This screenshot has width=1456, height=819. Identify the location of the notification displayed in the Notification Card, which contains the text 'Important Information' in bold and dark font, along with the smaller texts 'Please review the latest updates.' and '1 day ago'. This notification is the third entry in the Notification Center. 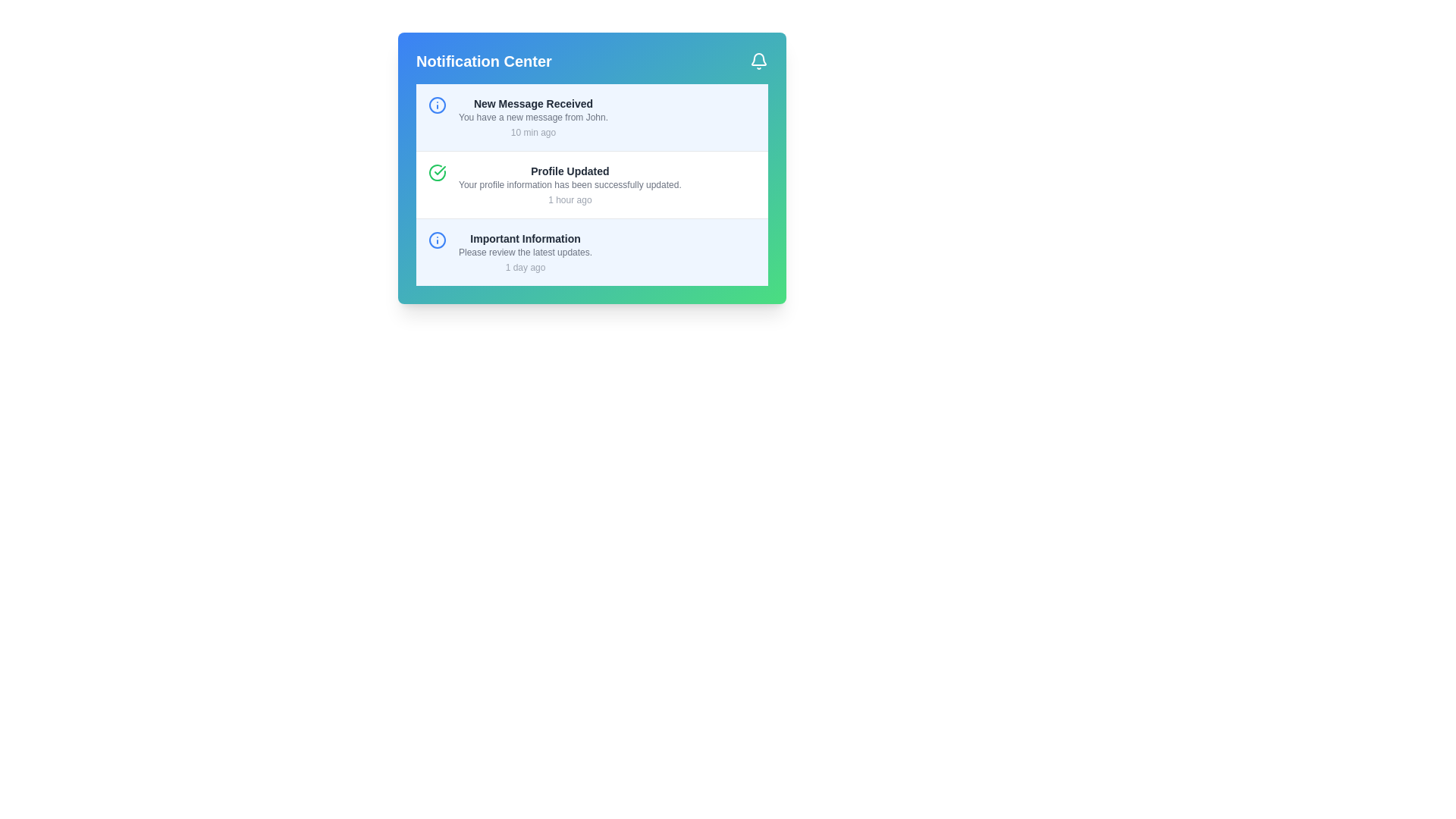
(526, 251).